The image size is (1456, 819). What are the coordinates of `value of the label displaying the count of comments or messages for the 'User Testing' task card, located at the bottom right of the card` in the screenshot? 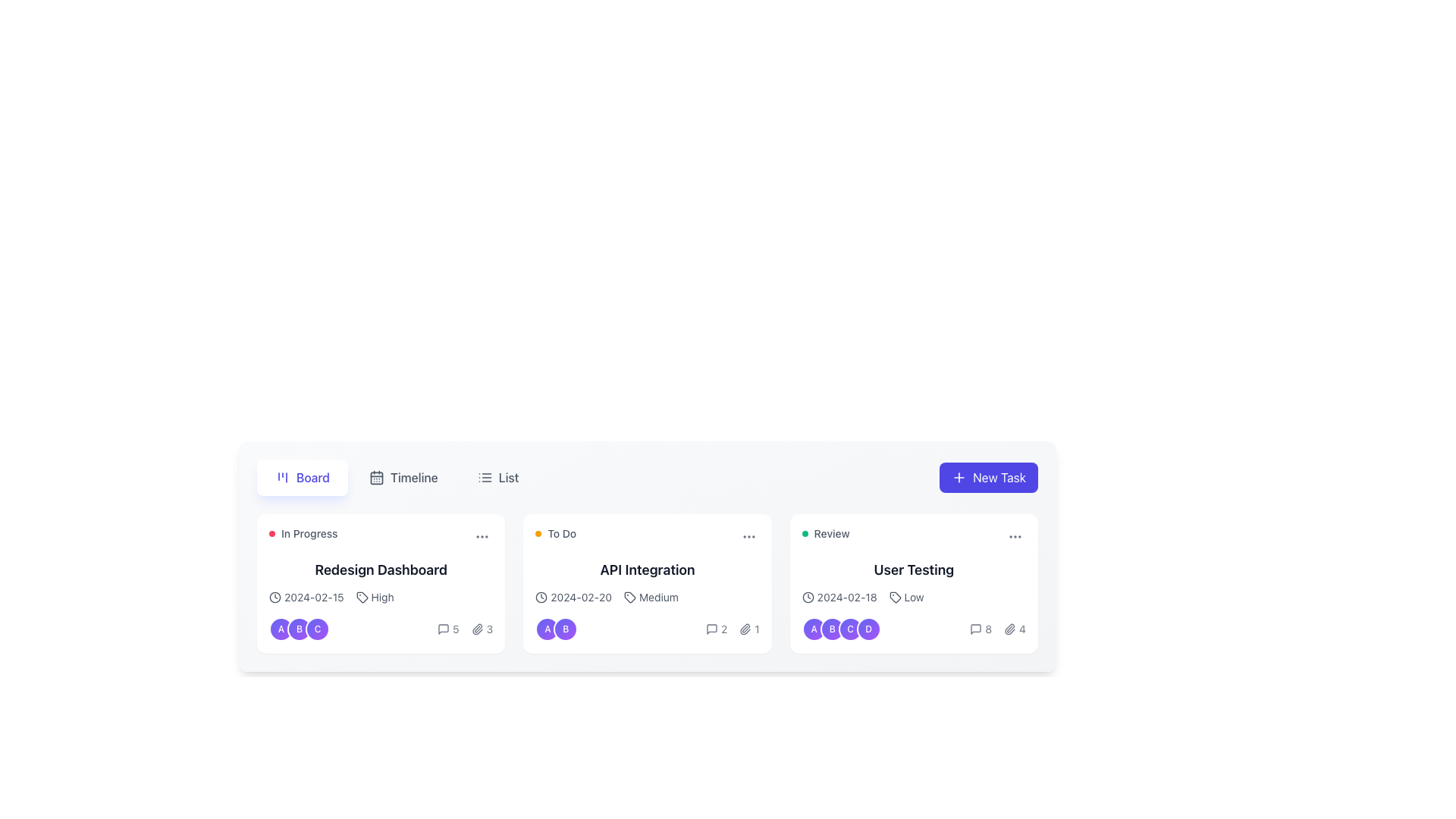 It's located at (988, 629).